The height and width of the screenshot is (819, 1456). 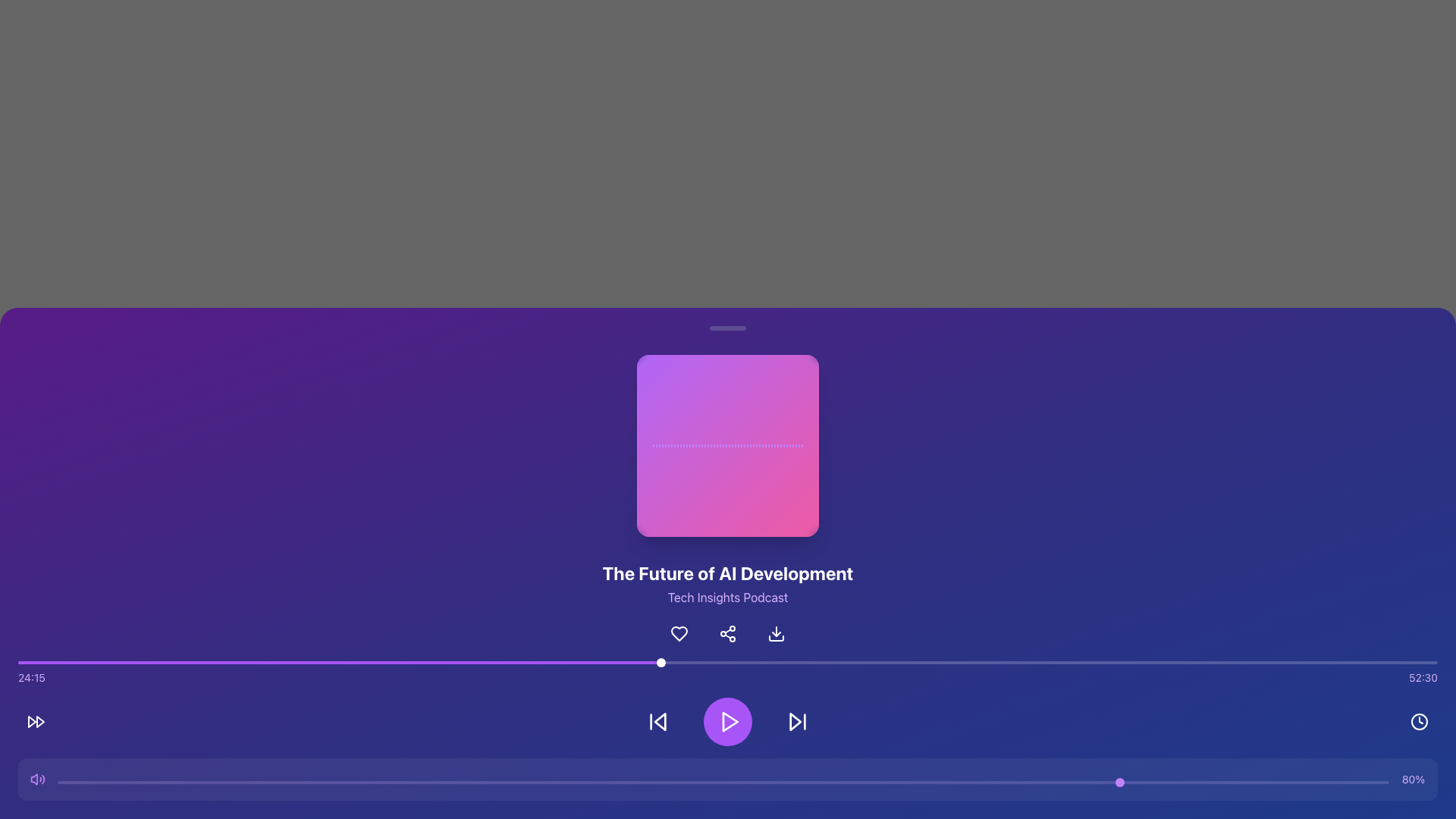 What do you see at coordinates (682, 783) in the screenshot?
I see `the slider position` at bounding box center [682, 783].